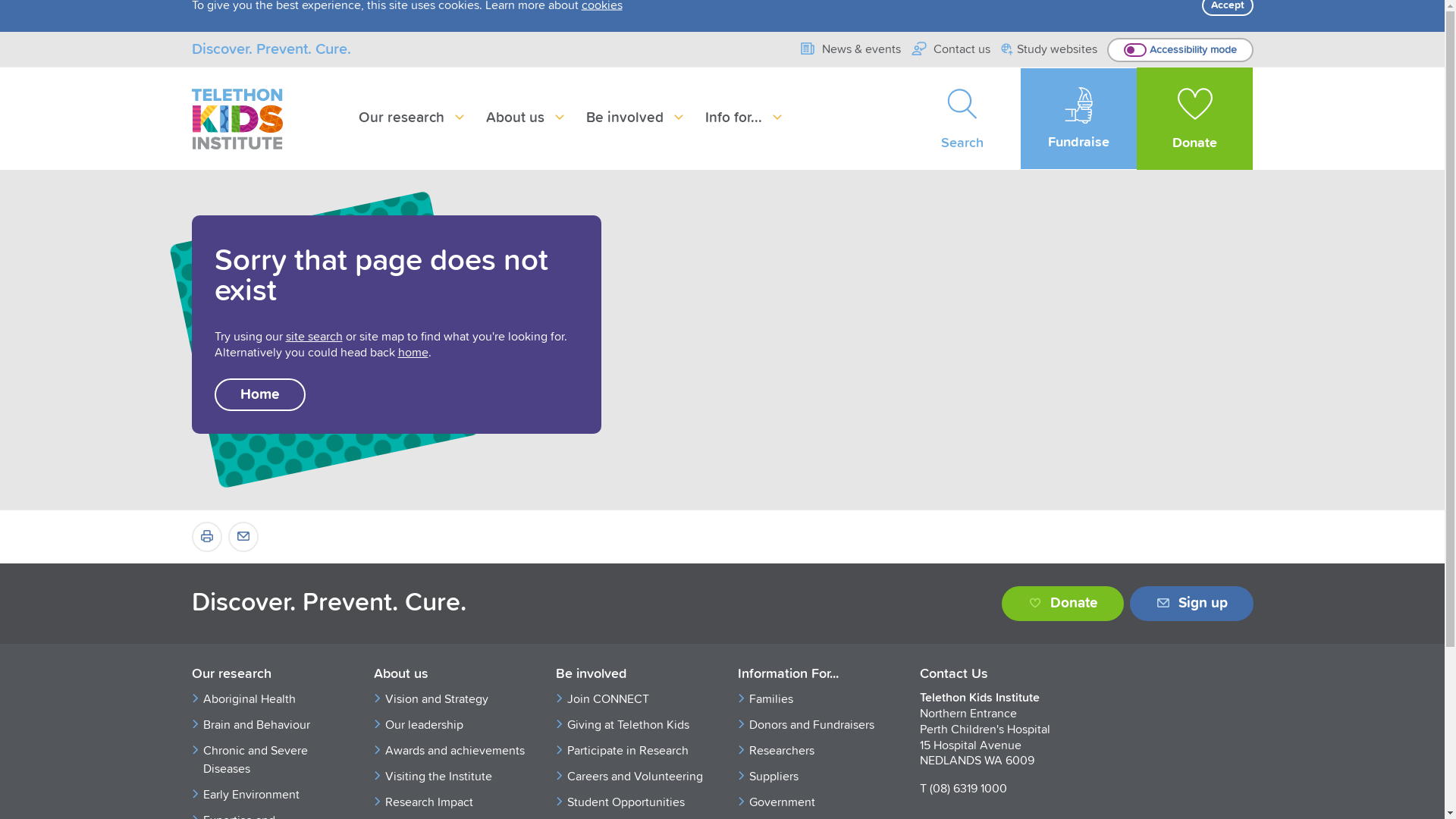 The image size is (1456, 819). Describe the element at coordinates (273, 760) in the screenshot. I see `'Chronic and Severe Diseases'` at that location.